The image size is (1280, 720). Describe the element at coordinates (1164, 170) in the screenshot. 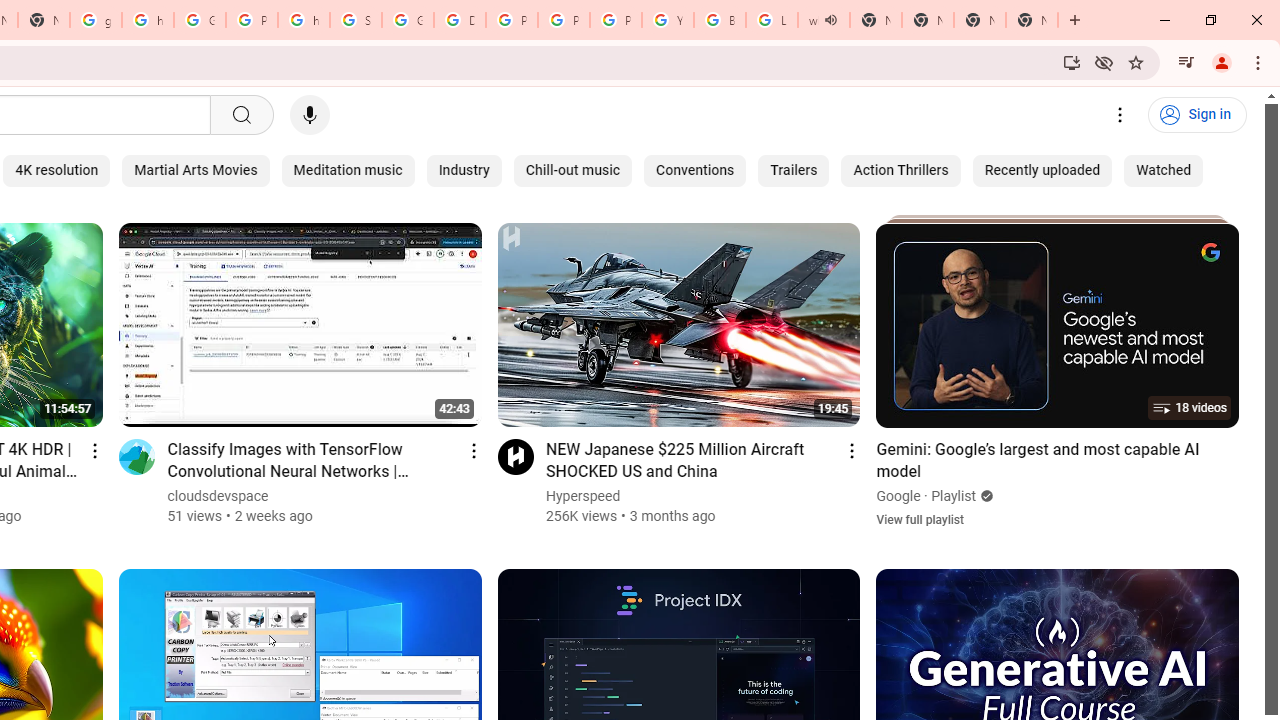

I see `'Watched'` at that location.